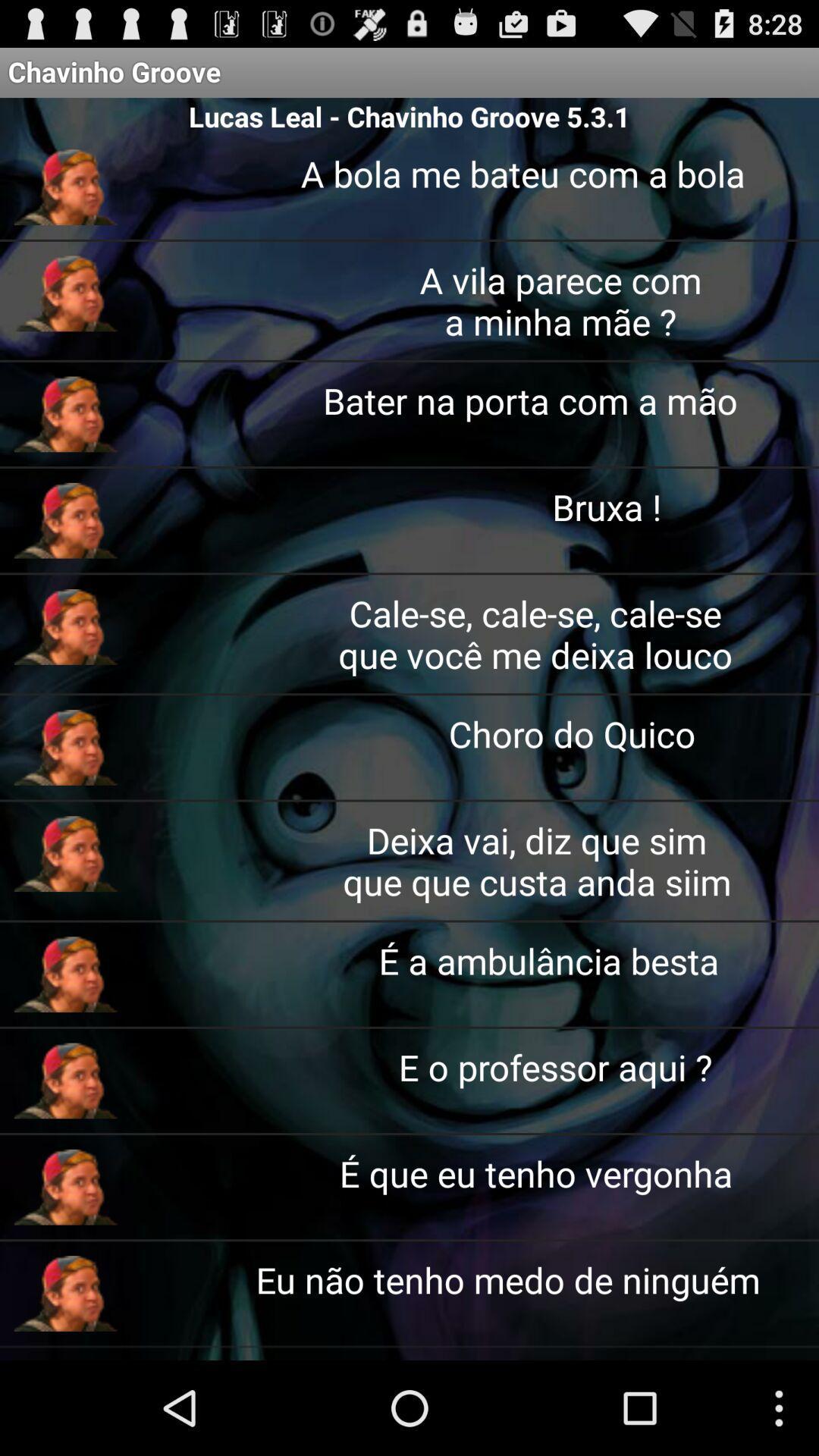 This screenshot has width=819, height=1456. What do you see at coordinates (65, 626) in the screenshot?
I see `the fifth image from the top` at bounding box center [65, 626].